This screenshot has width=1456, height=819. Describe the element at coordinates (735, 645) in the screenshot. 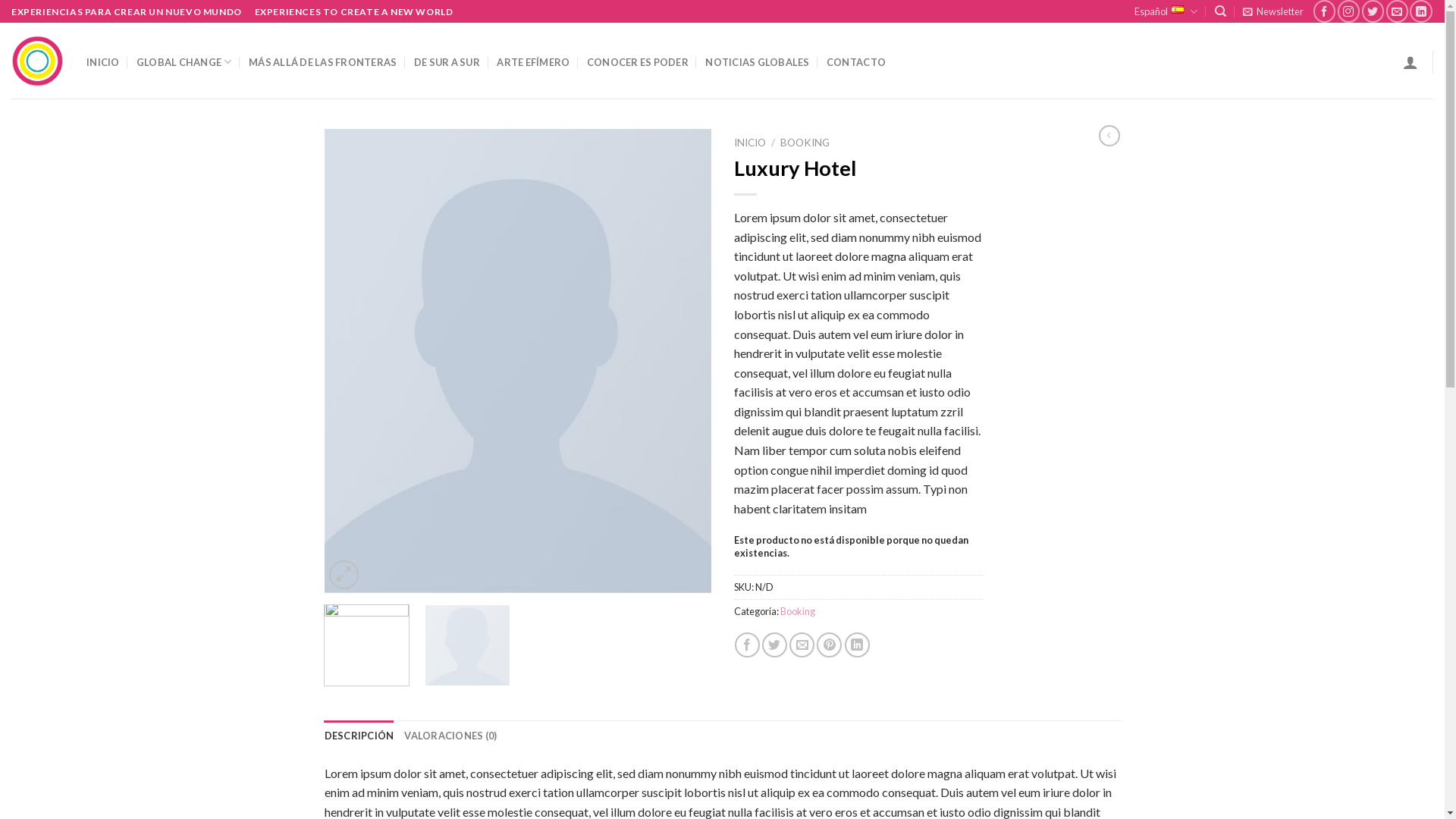

I see `'Compartir en Facebook'` at that location.